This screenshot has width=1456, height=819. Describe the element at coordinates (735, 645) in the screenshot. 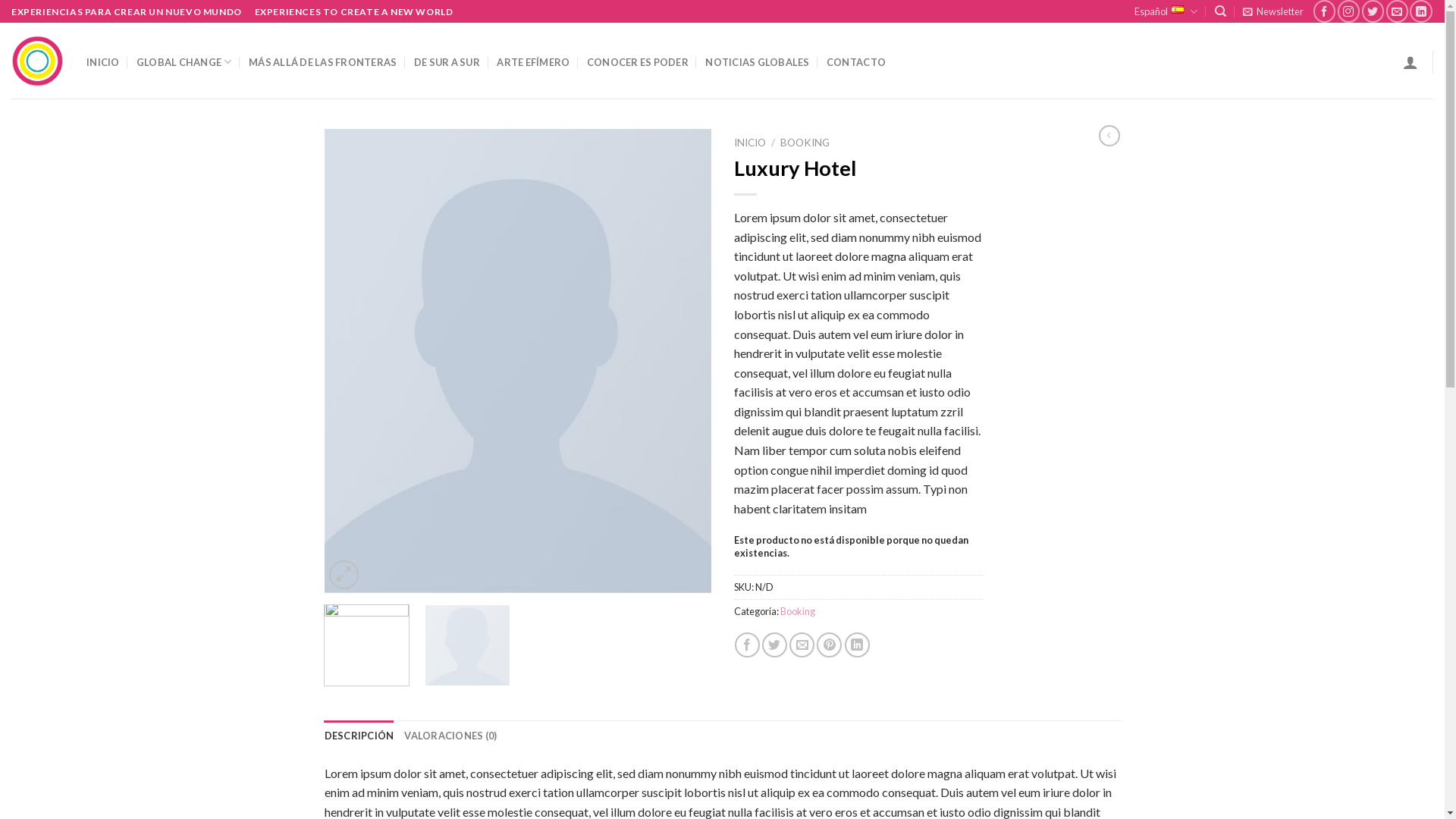

I see `'Compartir en Facebook'` at that location.